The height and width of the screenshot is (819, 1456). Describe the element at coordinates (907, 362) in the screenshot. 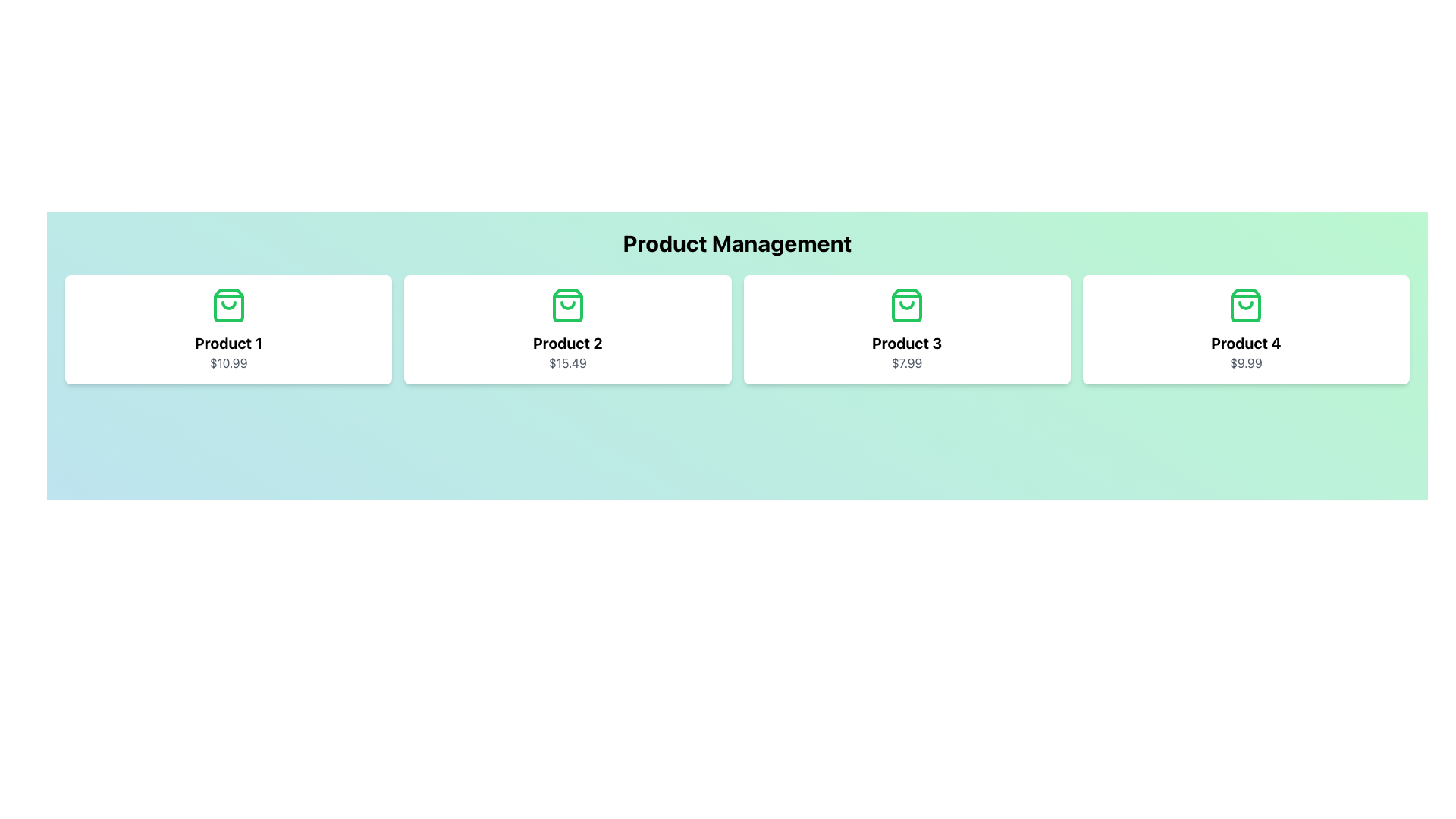

I see `price value displayed in the text label located below the product name 'Product 3' in the third product card from the left` at that location.